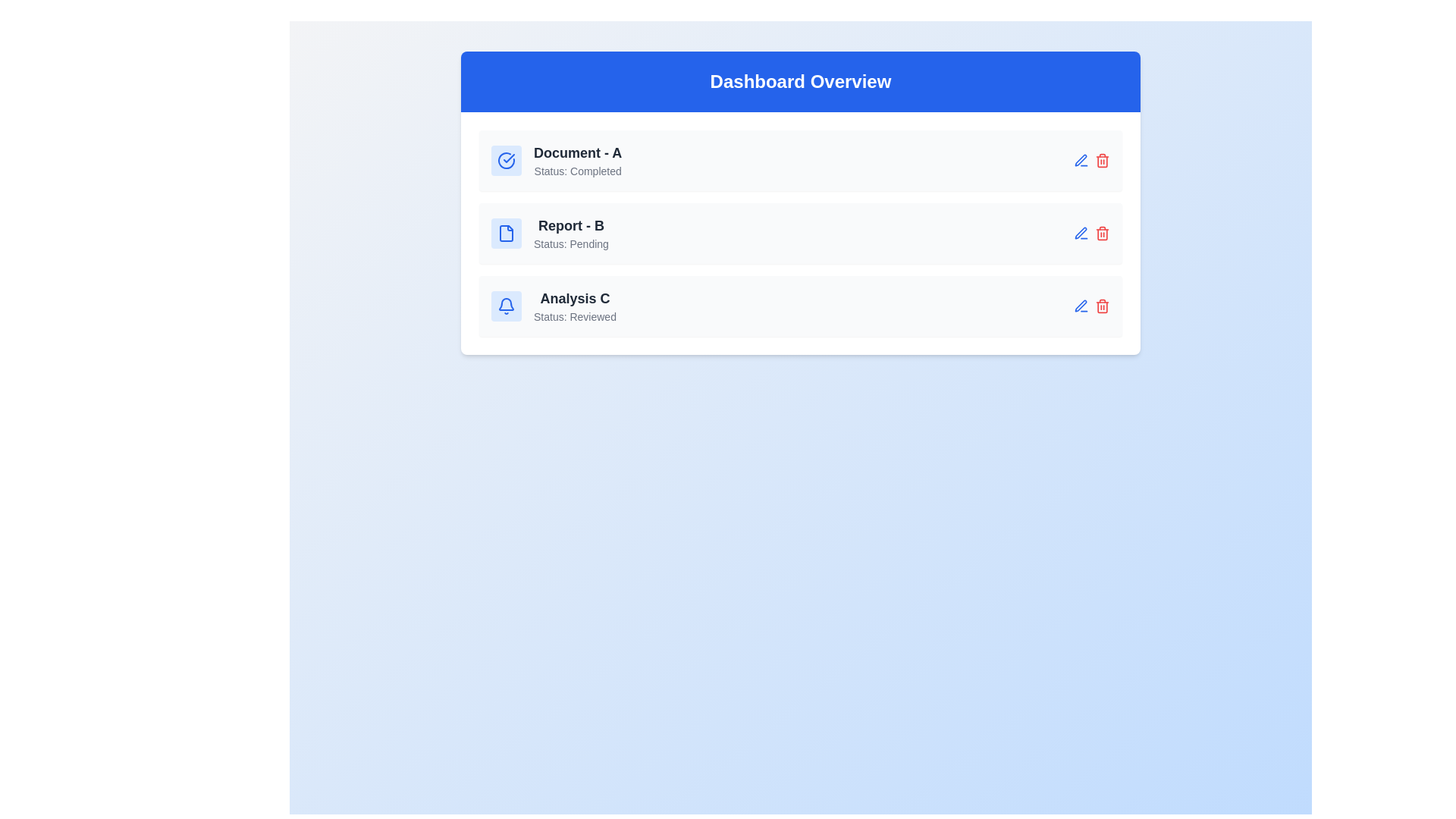 The height and width of the screenshot is (819, 1456). I want to click on the displayed content of the Informational display block titled 'Report - B' with status 'Pending', which is the second element in a vertical list of components, so click(549, 234).